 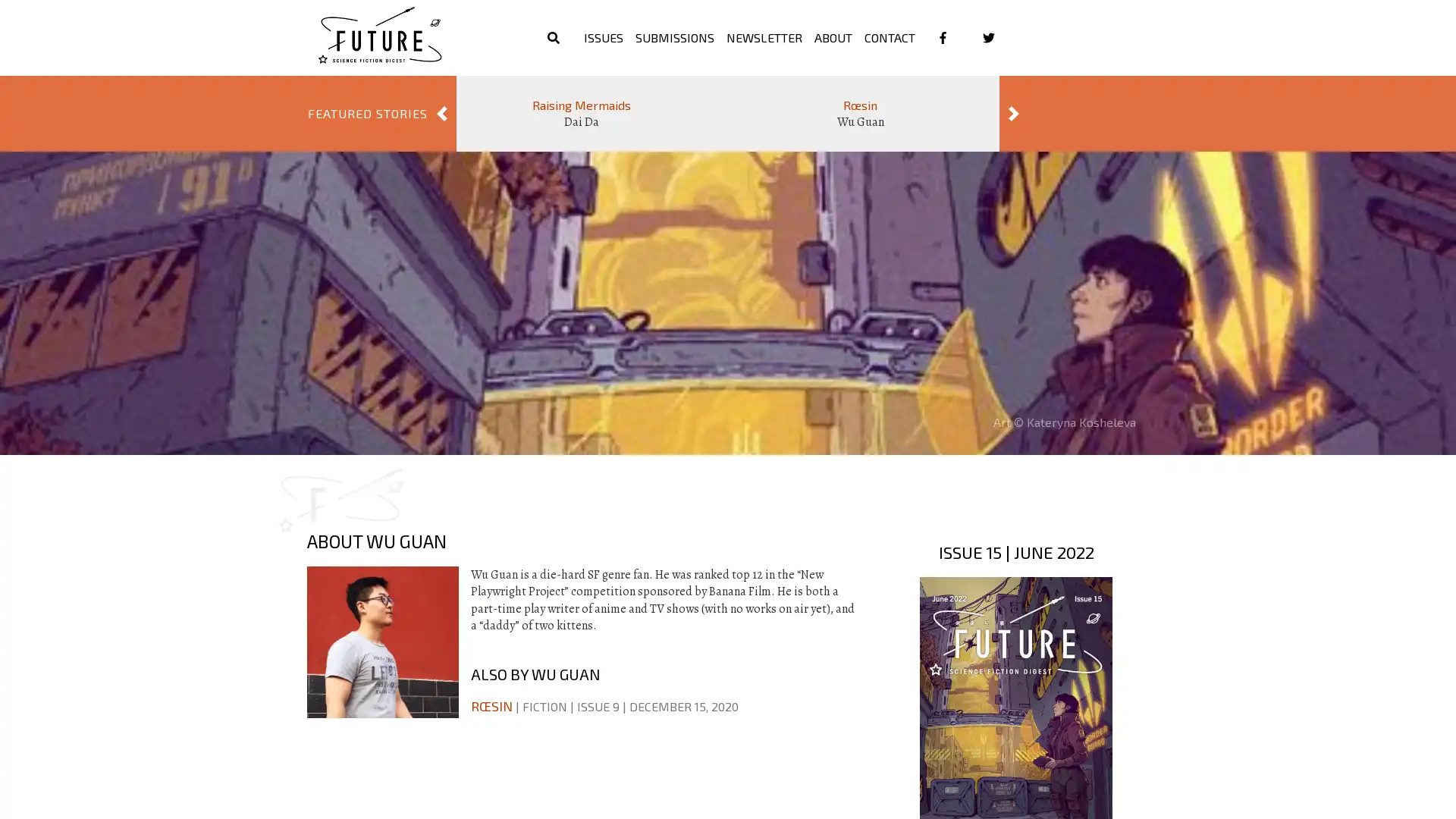 What do you see at coordinates (1014, 113) in the screenshot?
I see `Next` at bounding box center [1014, 113].